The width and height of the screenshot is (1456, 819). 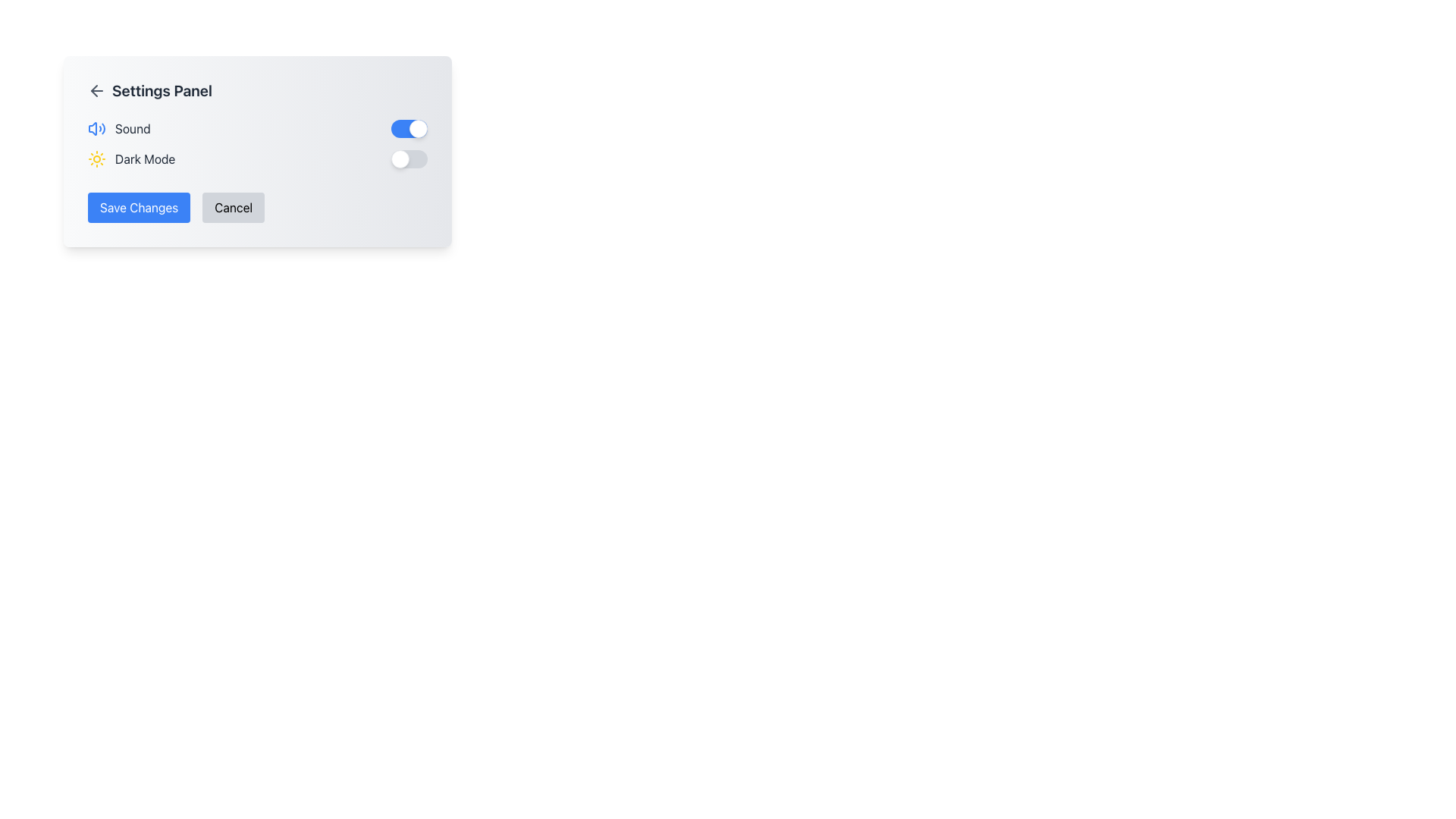 What do you see at coordinates (258, 158) in the screenshot?
I see `the toggle knob of the 'Dark Mode' switch located in the 'Settings Panel' interface` at bounding box center [258, 158].